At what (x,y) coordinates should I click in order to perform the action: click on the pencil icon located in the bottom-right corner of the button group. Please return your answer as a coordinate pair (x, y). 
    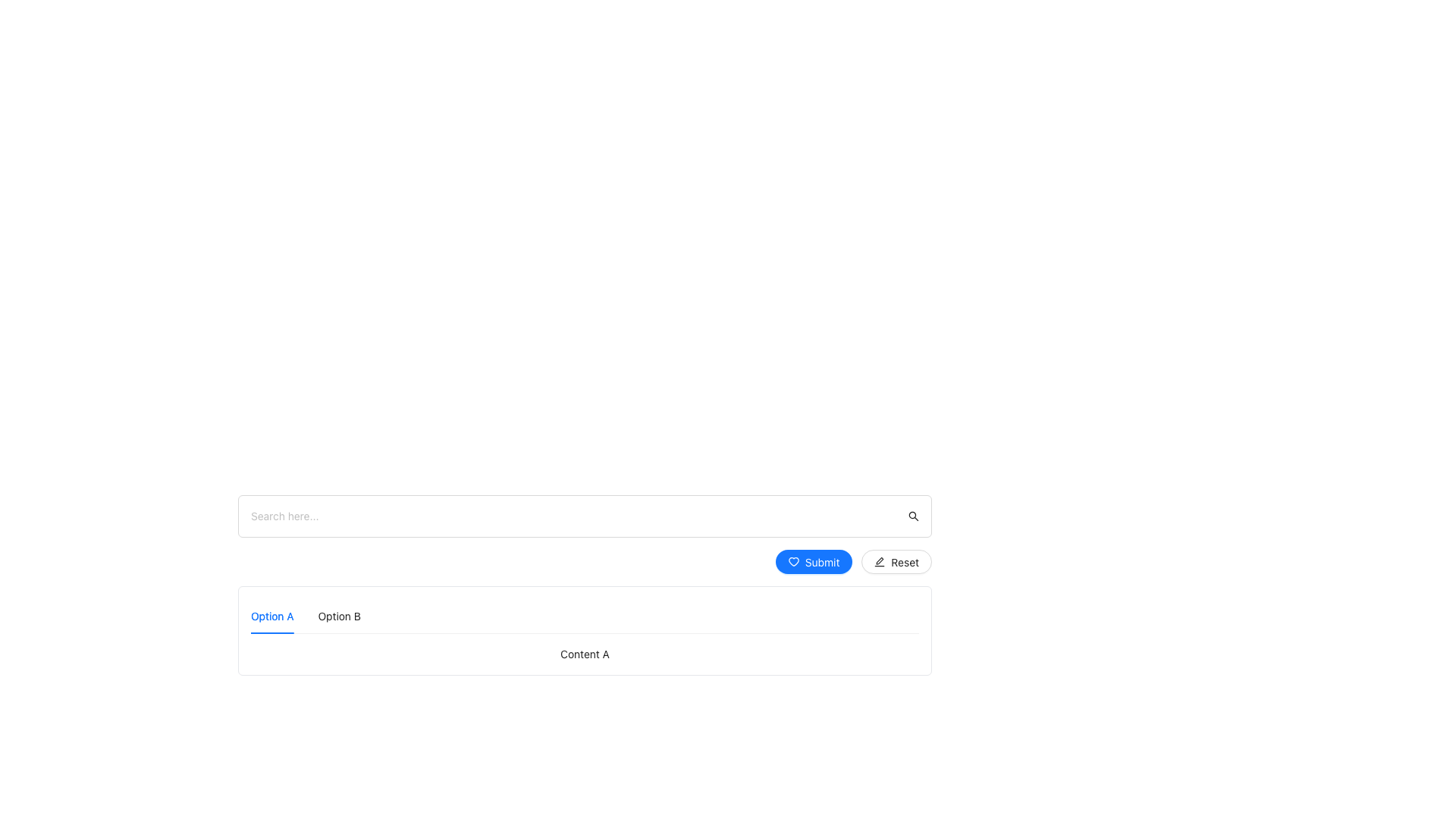
    Looking at the image, I should click on (880, 562).